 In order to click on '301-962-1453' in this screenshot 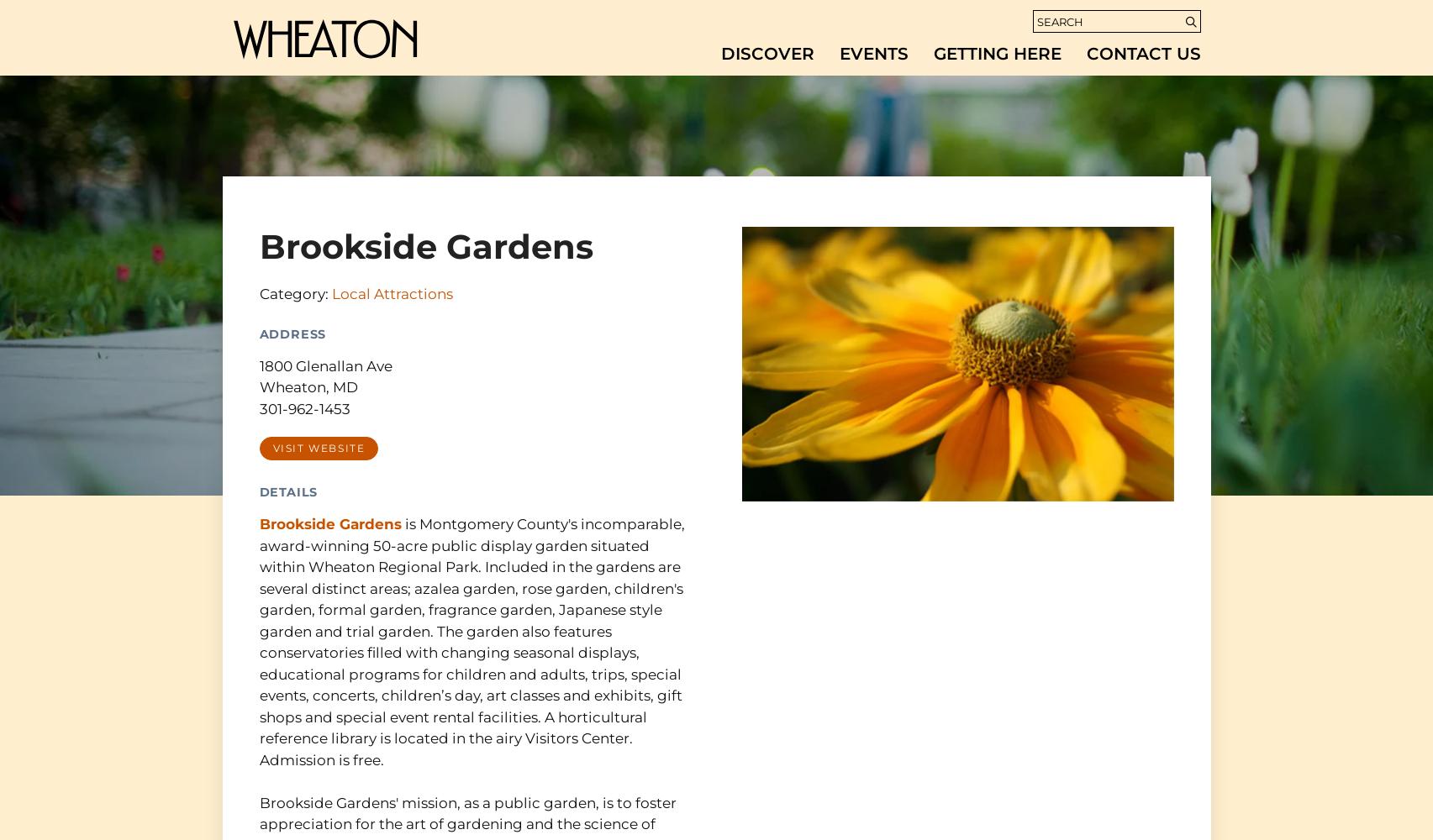, I will do `click(257, 407)`.